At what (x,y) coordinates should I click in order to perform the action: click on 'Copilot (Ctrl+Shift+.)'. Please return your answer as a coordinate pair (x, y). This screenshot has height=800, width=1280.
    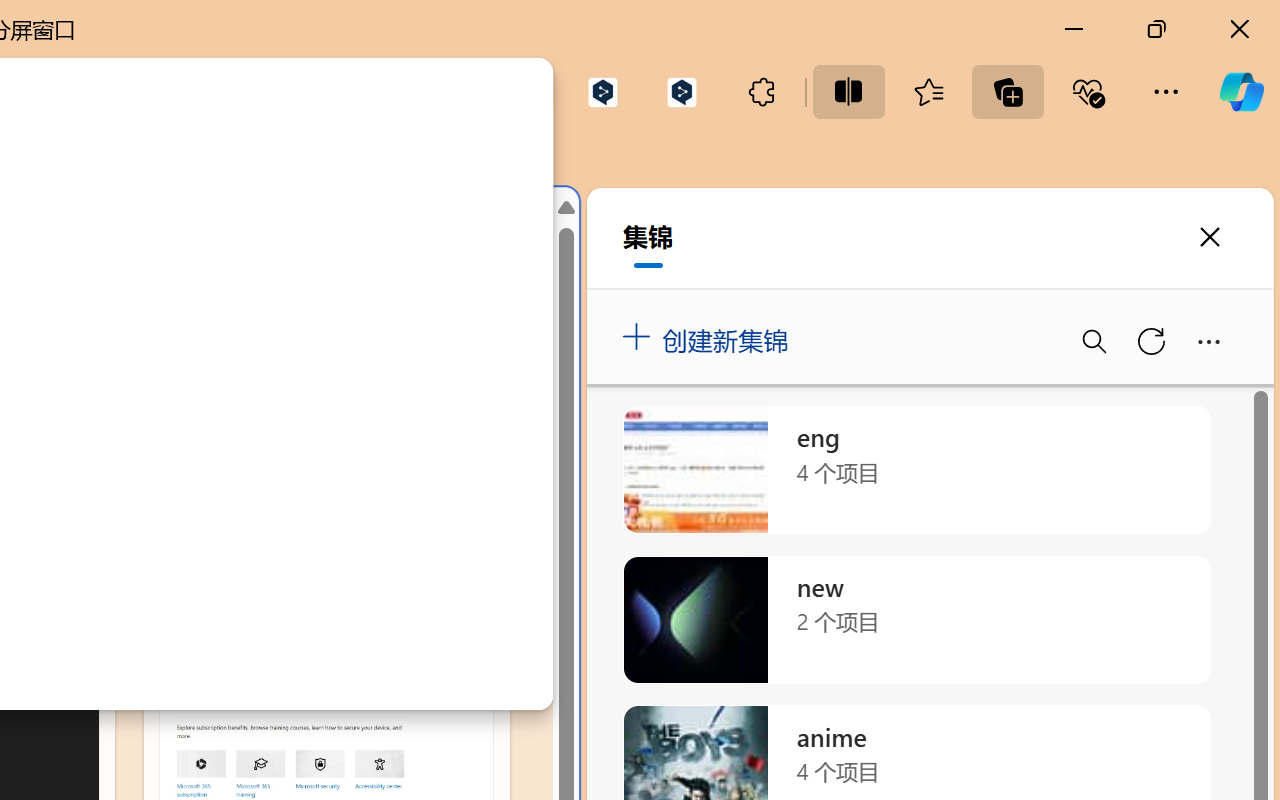
    Looking at the image, I should click on (1240, 91).